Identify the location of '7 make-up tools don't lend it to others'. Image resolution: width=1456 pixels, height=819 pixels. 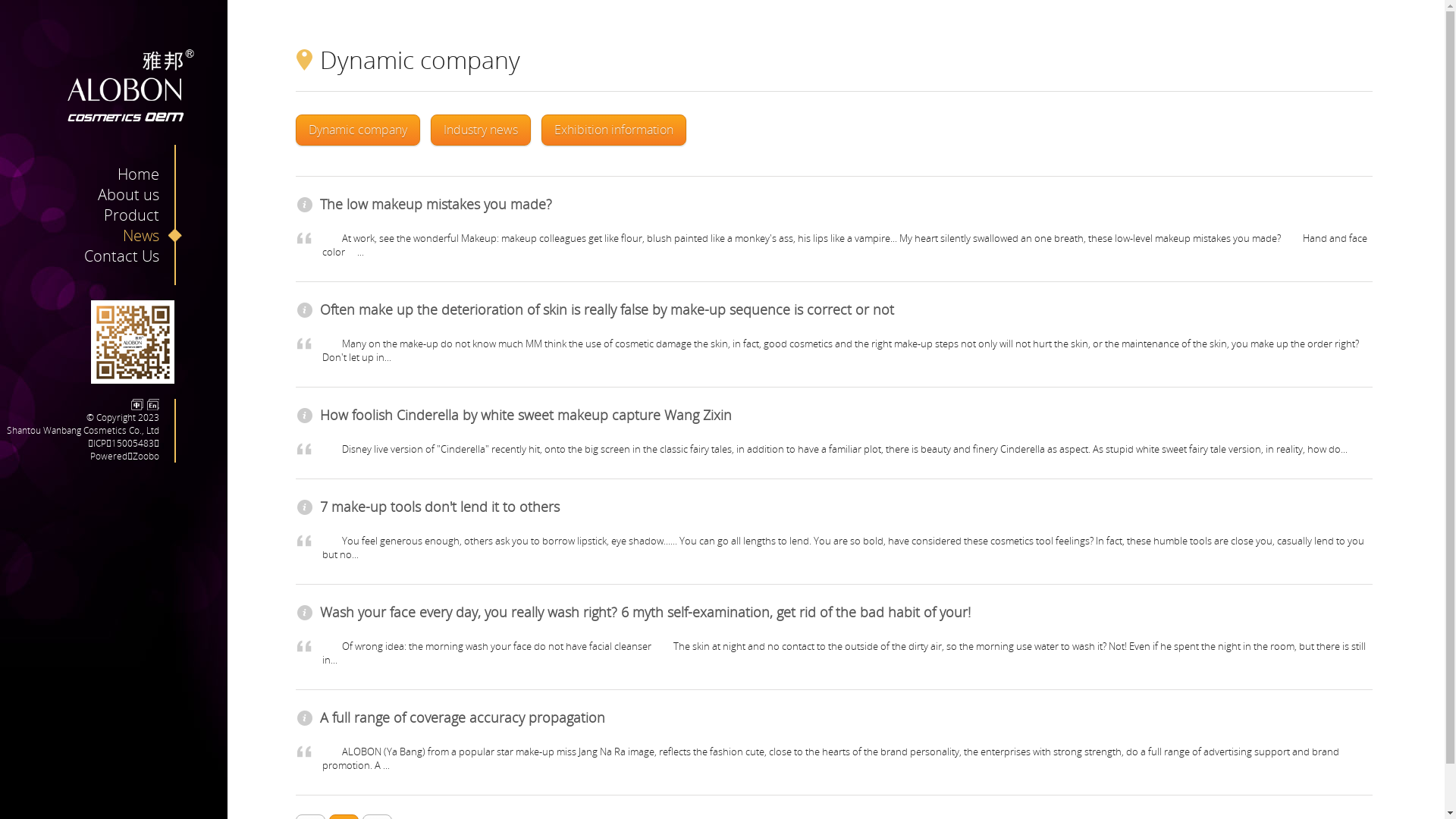
(439, 506).